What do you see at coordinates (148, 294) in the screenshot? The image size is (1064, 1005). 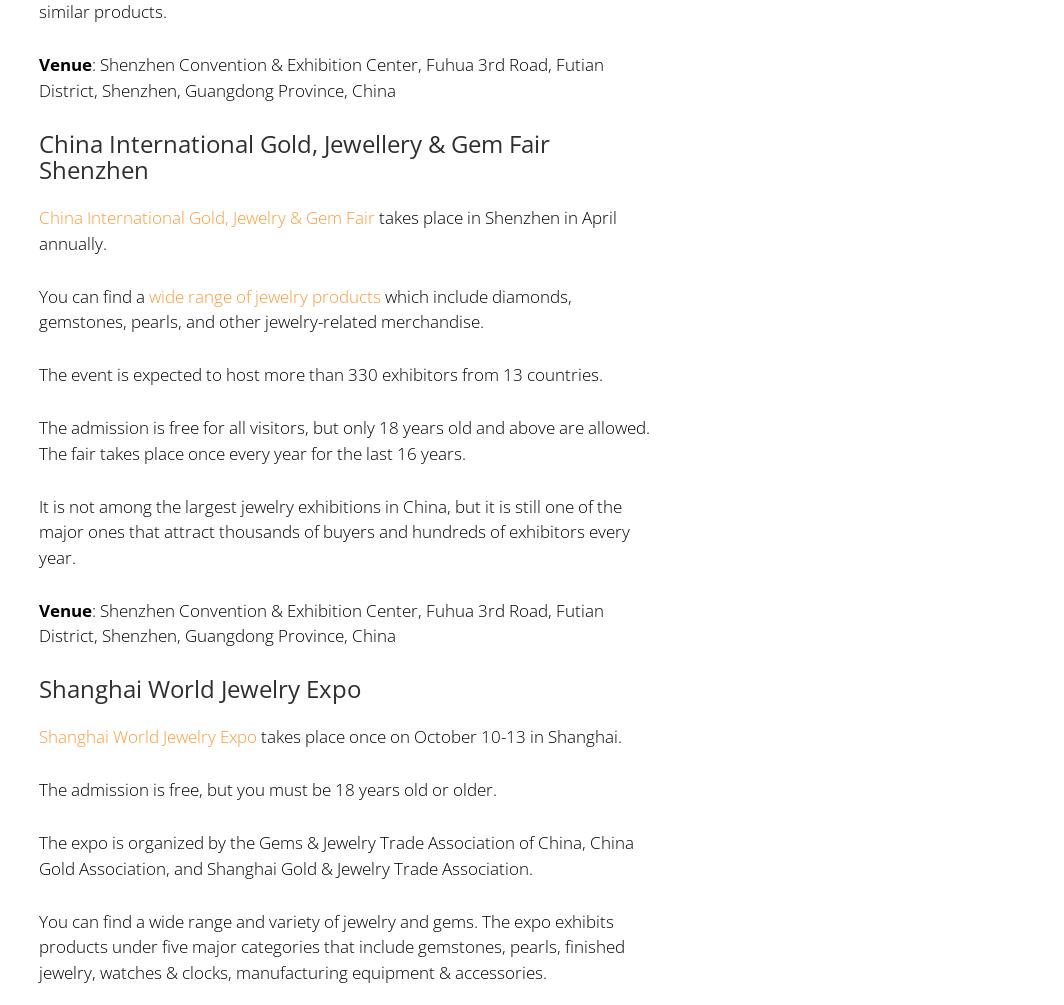 I see `'wide range of jewelry products'` at bounding box center [148, 294].